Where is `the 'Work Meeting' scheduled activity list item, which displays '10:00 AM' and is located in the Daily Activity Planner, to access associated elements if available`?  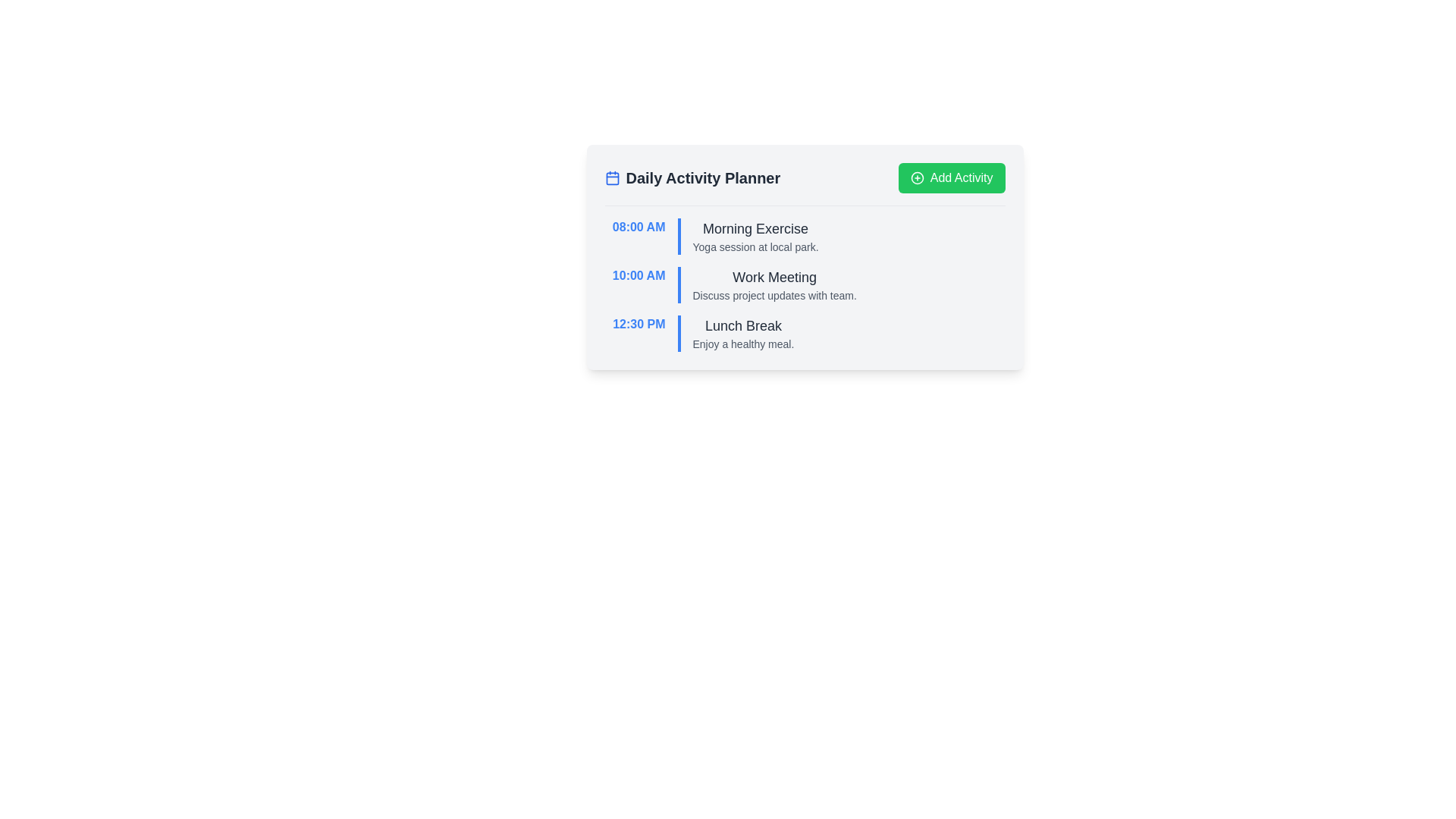
the 'Work Meeting' scheduled activity list item, which displays '10:00 AM' and is located in the Daily Activity Planner, to access associated elements if available is located at coordinates (804, 284).